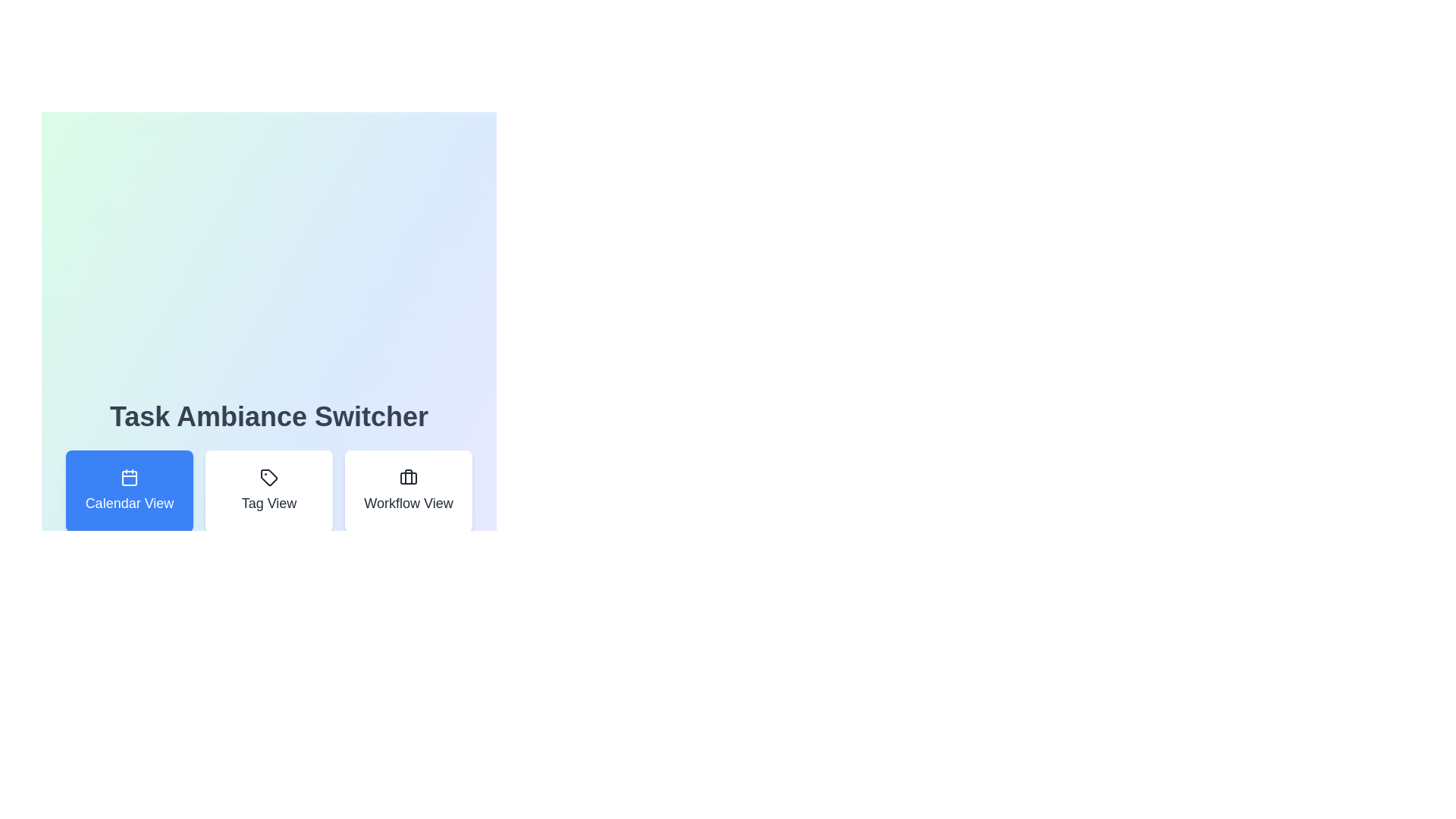 The height and width of the screenshot is (819, 1456). Describe the element at coordinates (269, 476) in the screenshot. I see `the 'Tag View' button which contains the tag icon` at that location.